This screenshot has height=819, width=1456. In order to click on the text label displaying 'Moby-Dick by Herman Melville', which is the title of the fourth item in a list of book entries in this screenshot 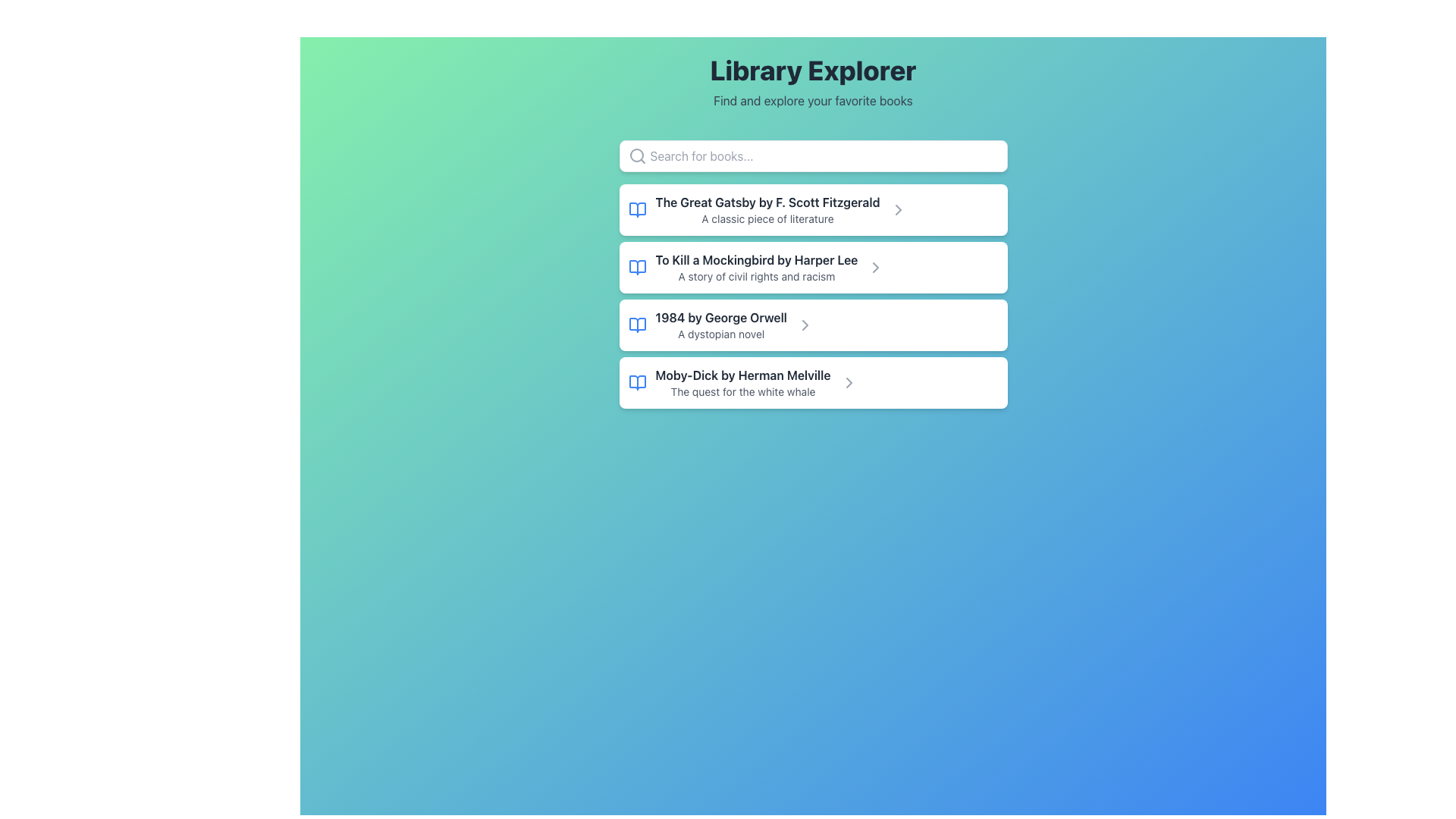, I will do `click(742, 375)`.